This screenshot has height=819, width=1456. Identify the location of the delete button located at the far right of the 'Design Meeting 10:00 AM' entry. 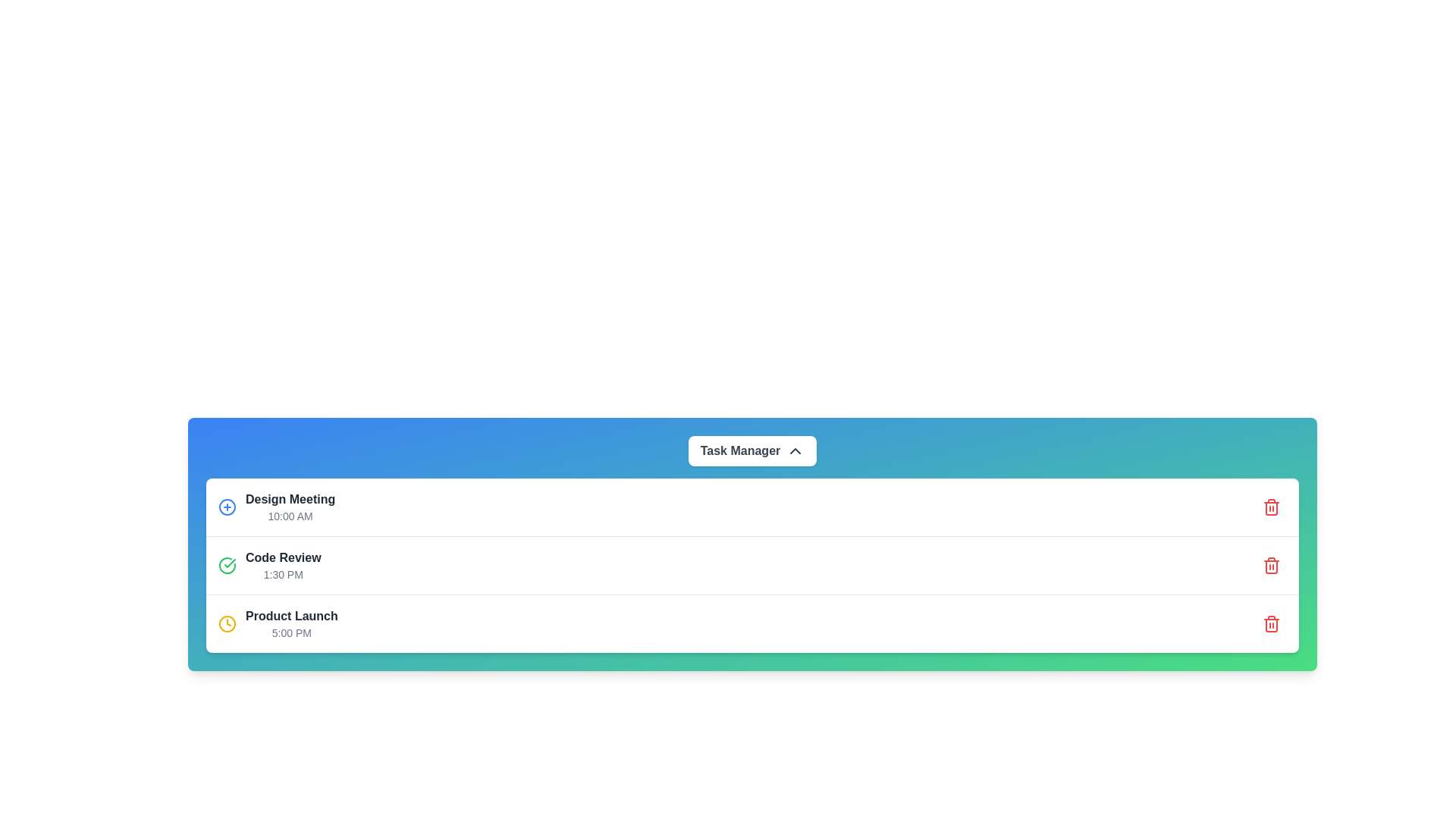
(1271, 507).